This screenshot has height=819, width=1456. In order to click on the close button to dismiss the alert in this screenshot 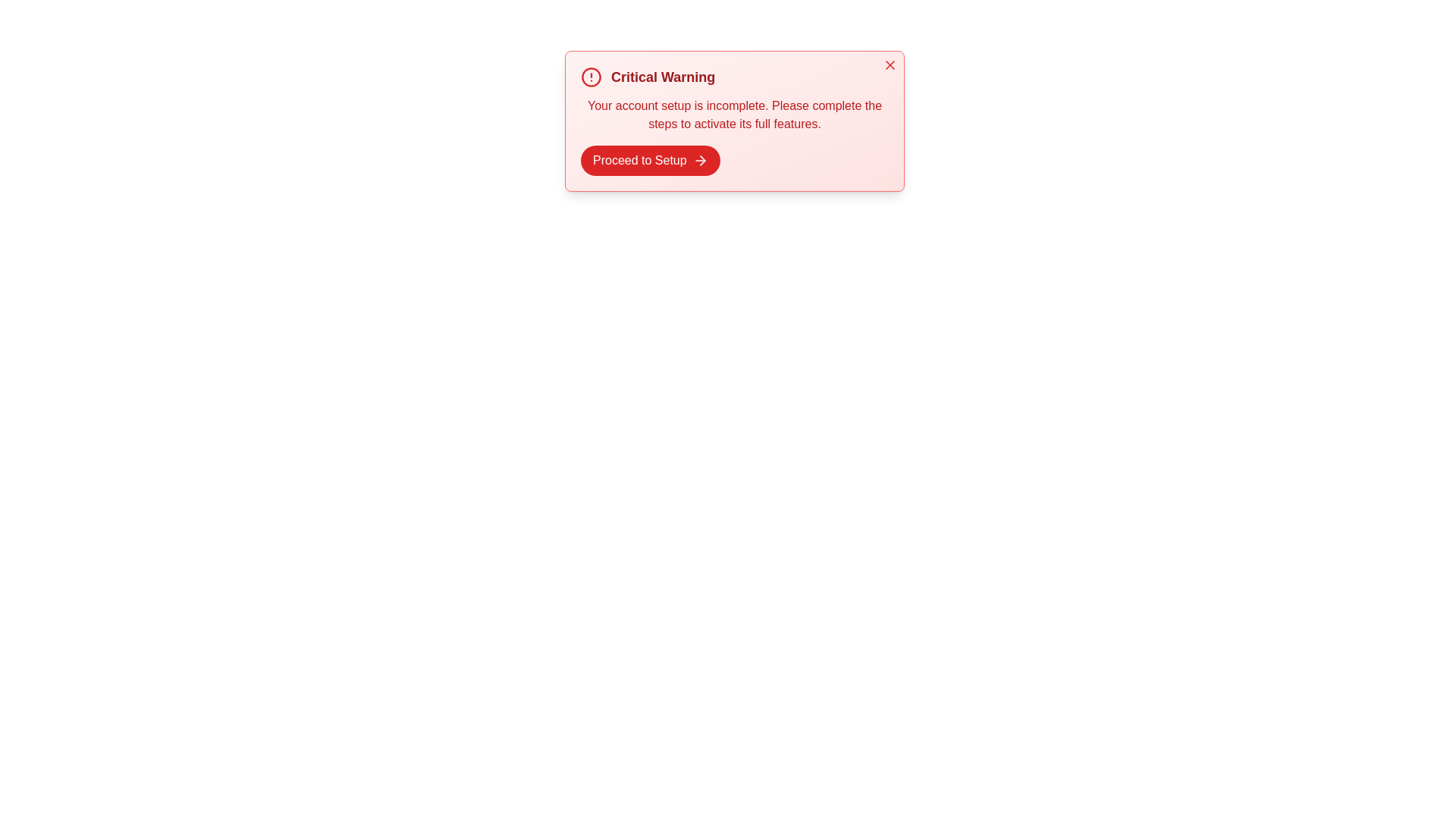, I will do `click(890, 64)`.